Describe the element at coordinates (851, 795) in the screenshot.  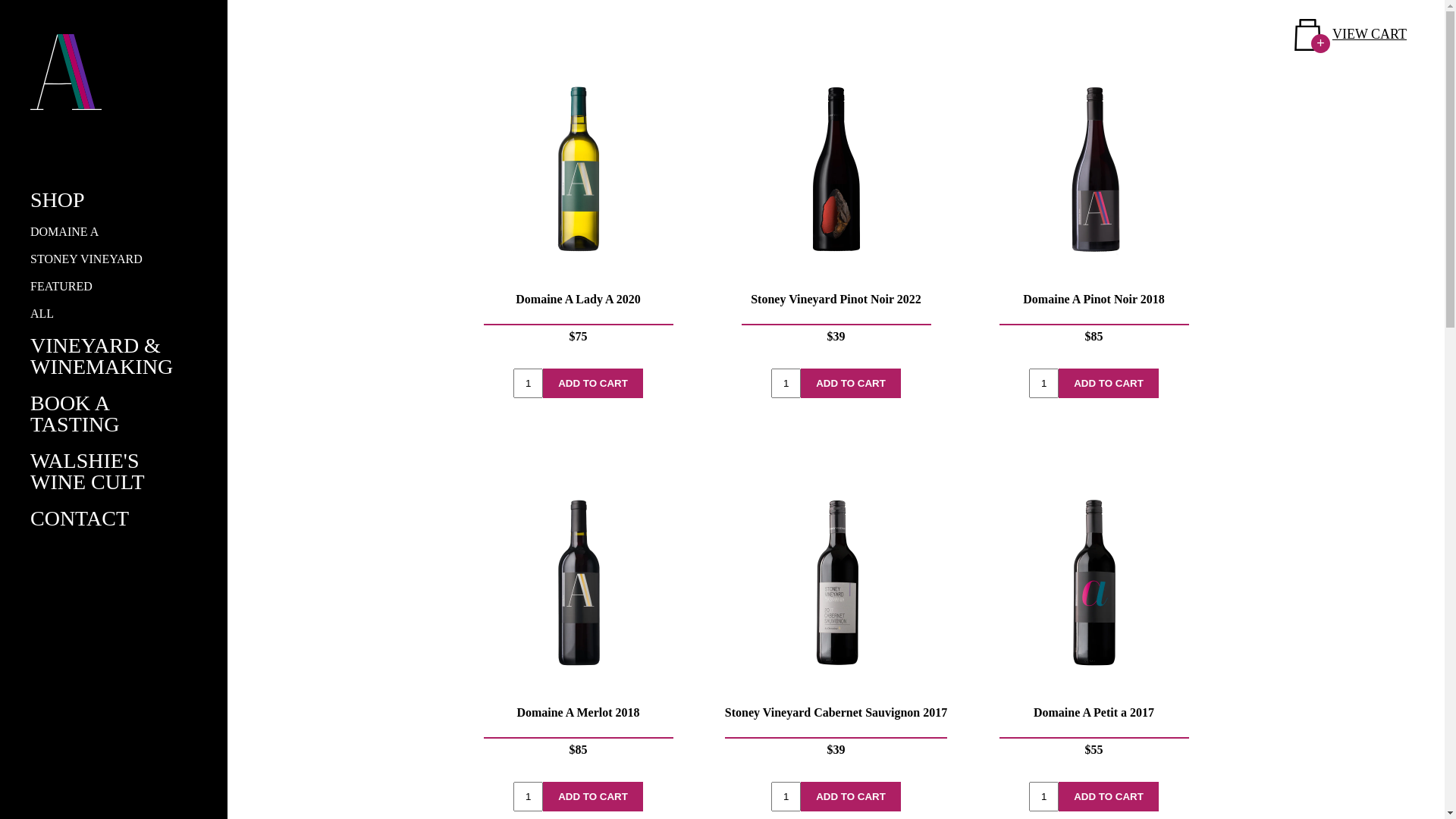
I see `'ADD TO CART'` at that location.